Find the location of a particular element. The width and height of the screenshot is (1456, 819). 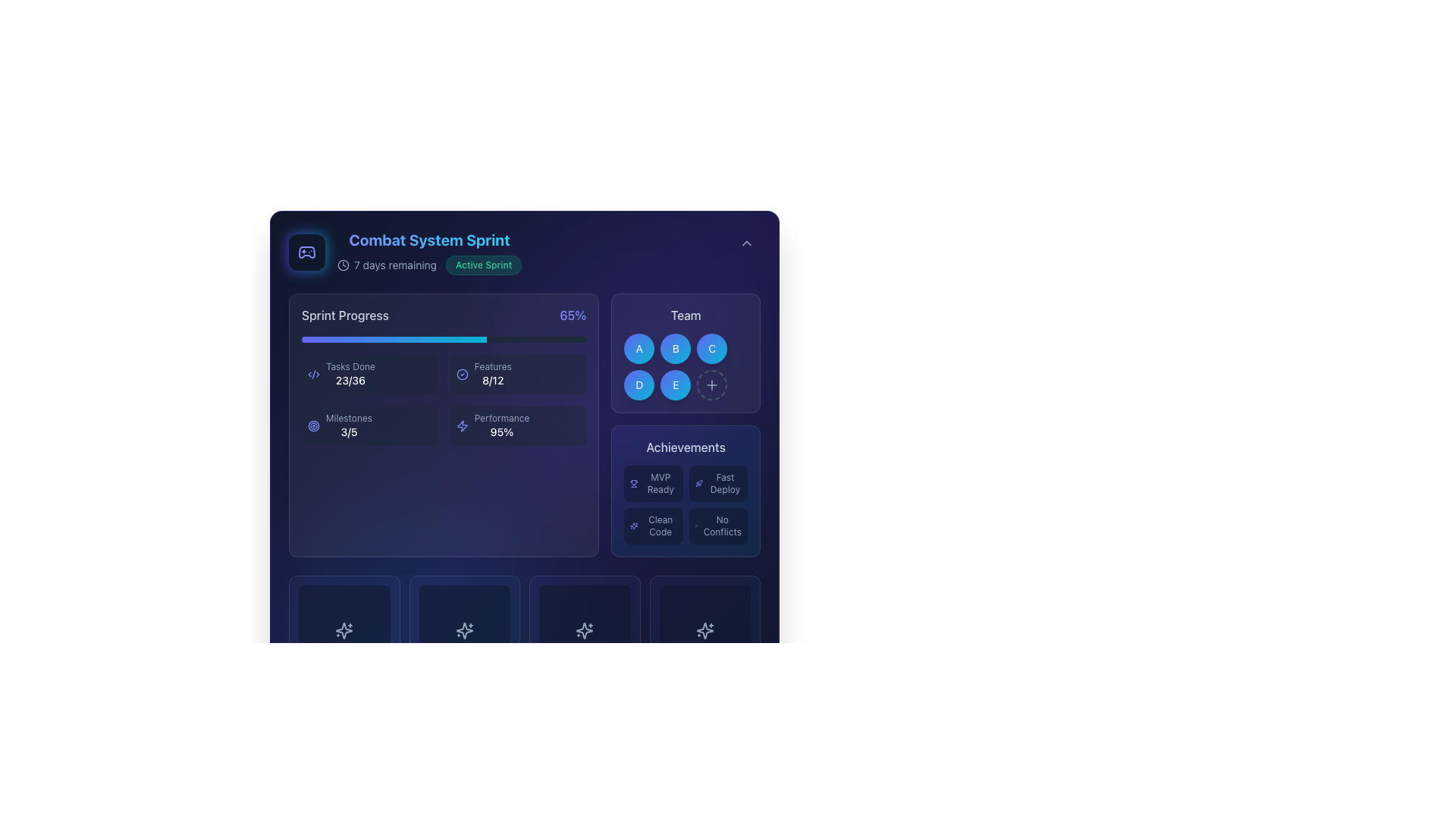

the 'MVP Ready' achievement label with icon, which is the first item in the grid of the 'Achievements' section, located at the top-left corner is located at coordinates (654, 483).